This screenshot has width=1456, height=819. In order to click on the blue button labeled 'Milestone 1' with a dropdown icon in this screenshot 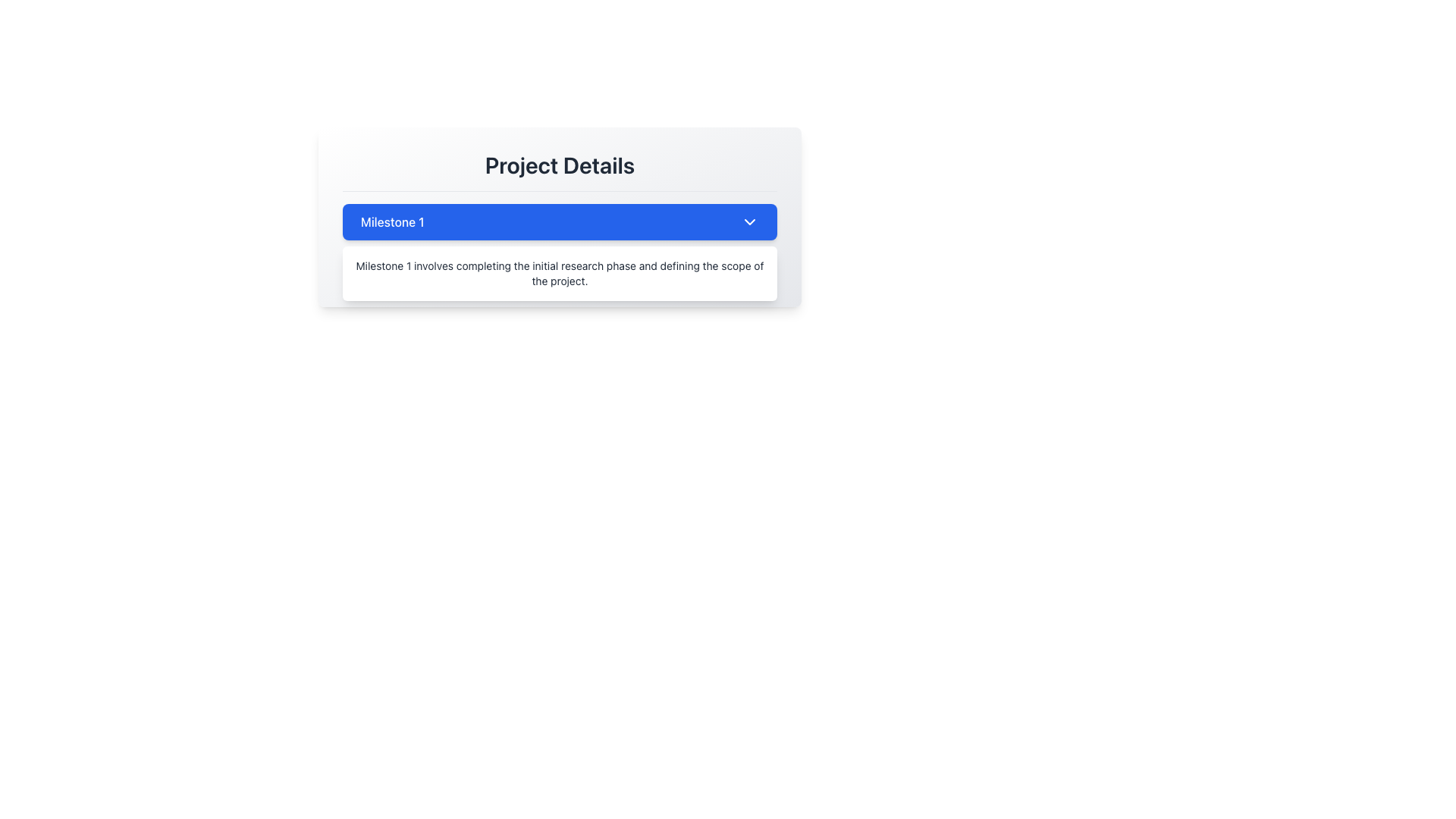, I will do `click(559, 244)`.